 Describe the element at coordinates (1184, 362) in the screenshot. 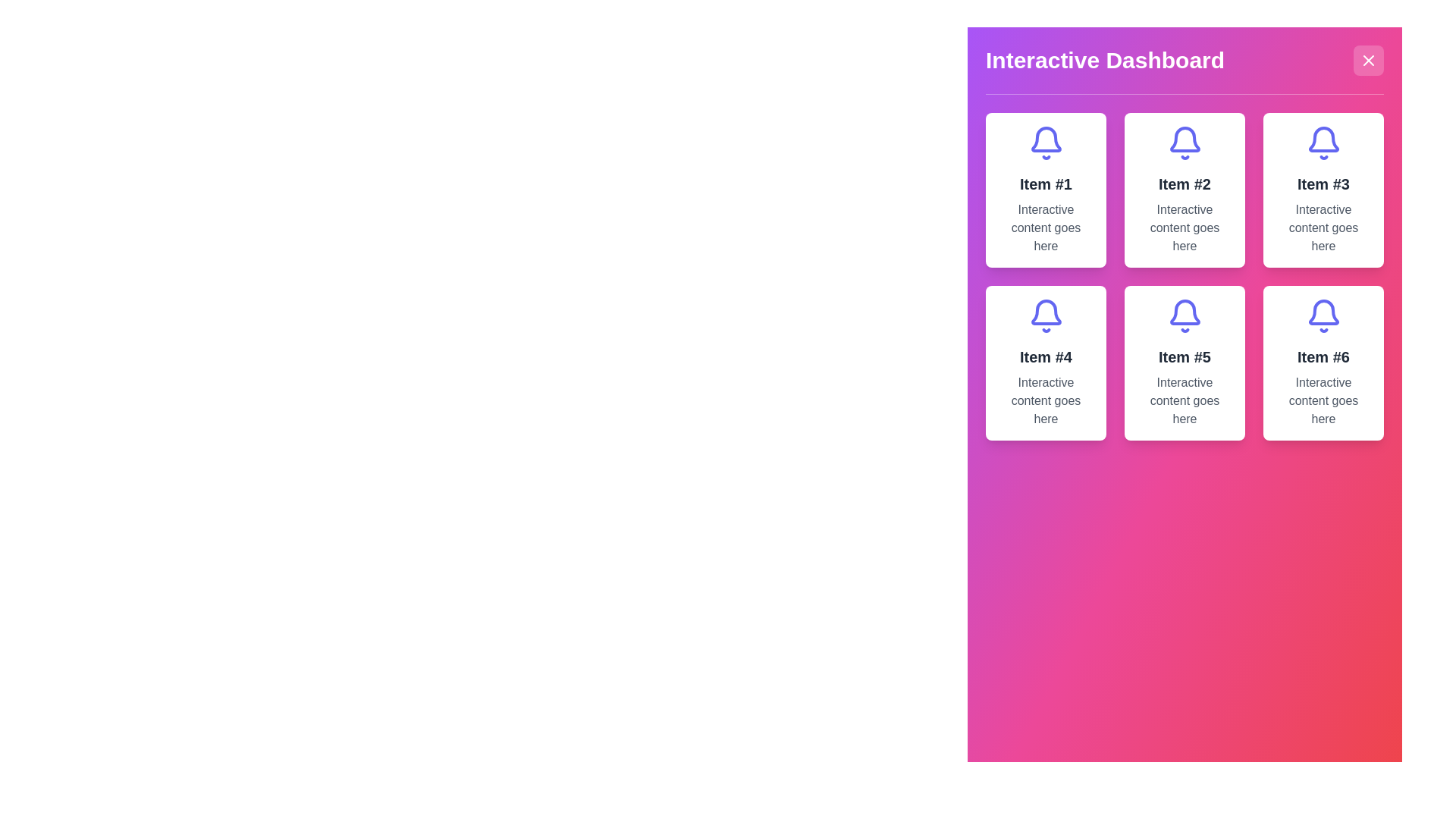

I see `the interactive Dashboard card located in the second row, middle column of the three-by-two grid` at that location.